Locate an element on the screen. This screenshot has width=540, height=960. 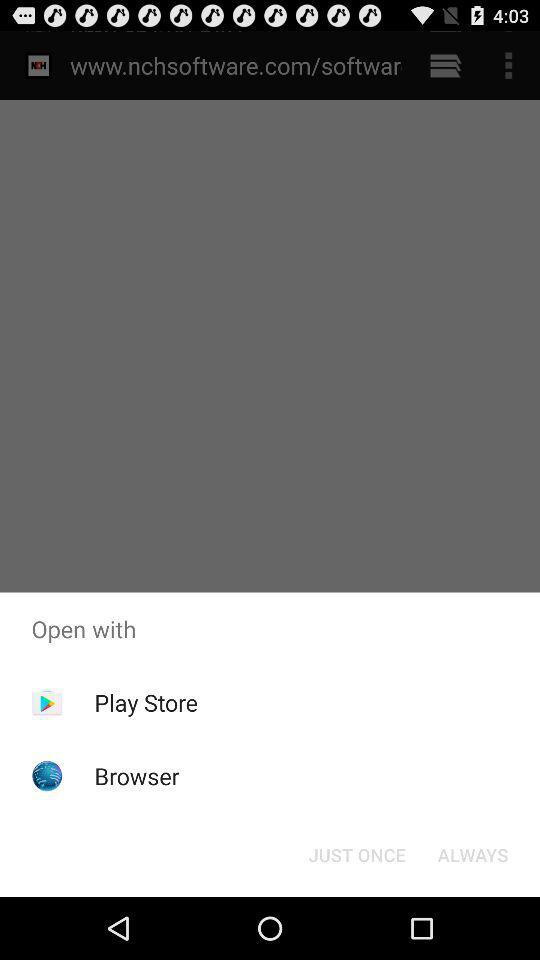
just once is located at coordinates (356, 853).